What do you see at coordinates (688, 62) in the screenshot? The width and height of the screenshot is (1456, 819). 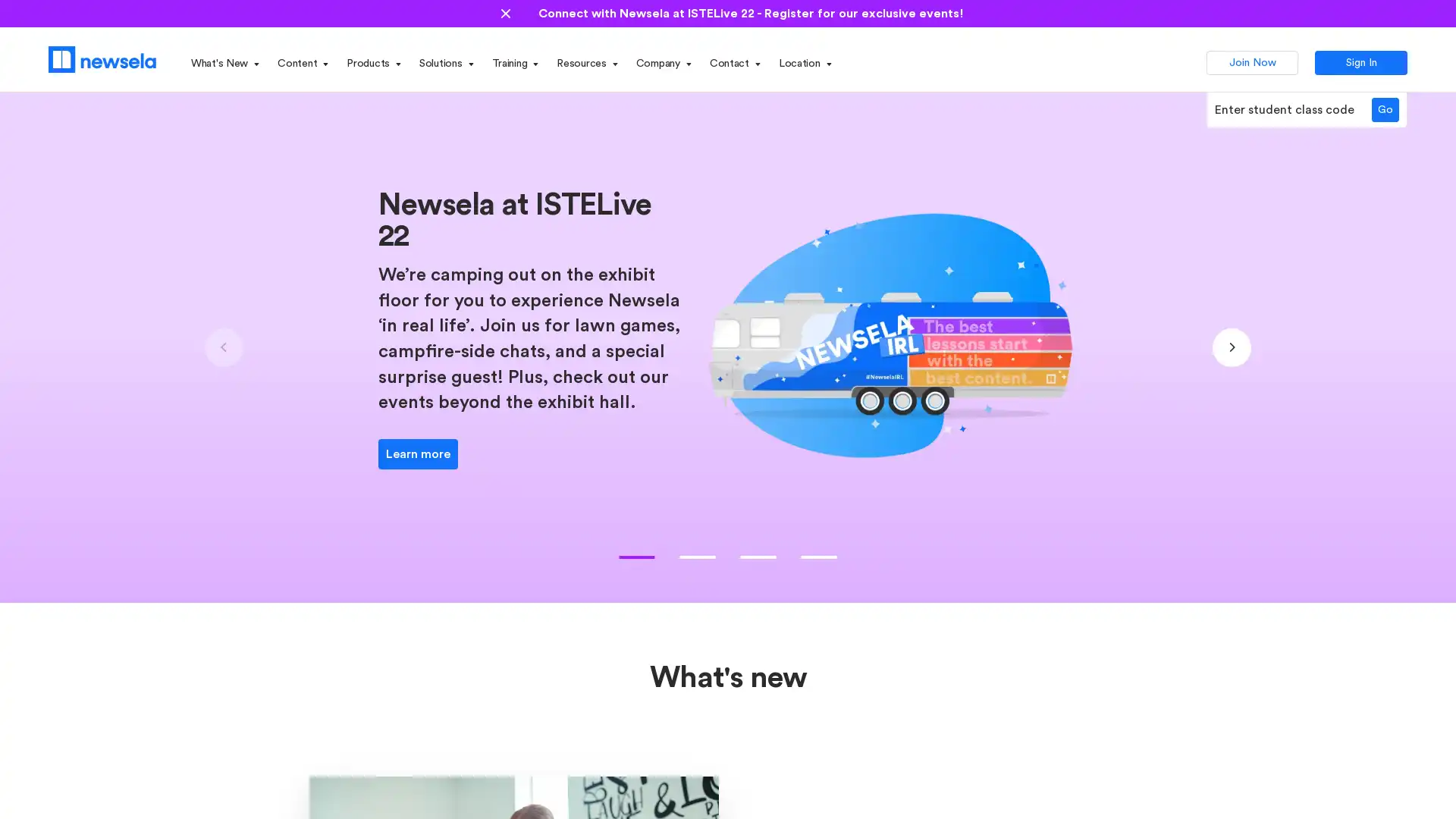 I see `Open Company dropdown` at bounding box center [688, 62].